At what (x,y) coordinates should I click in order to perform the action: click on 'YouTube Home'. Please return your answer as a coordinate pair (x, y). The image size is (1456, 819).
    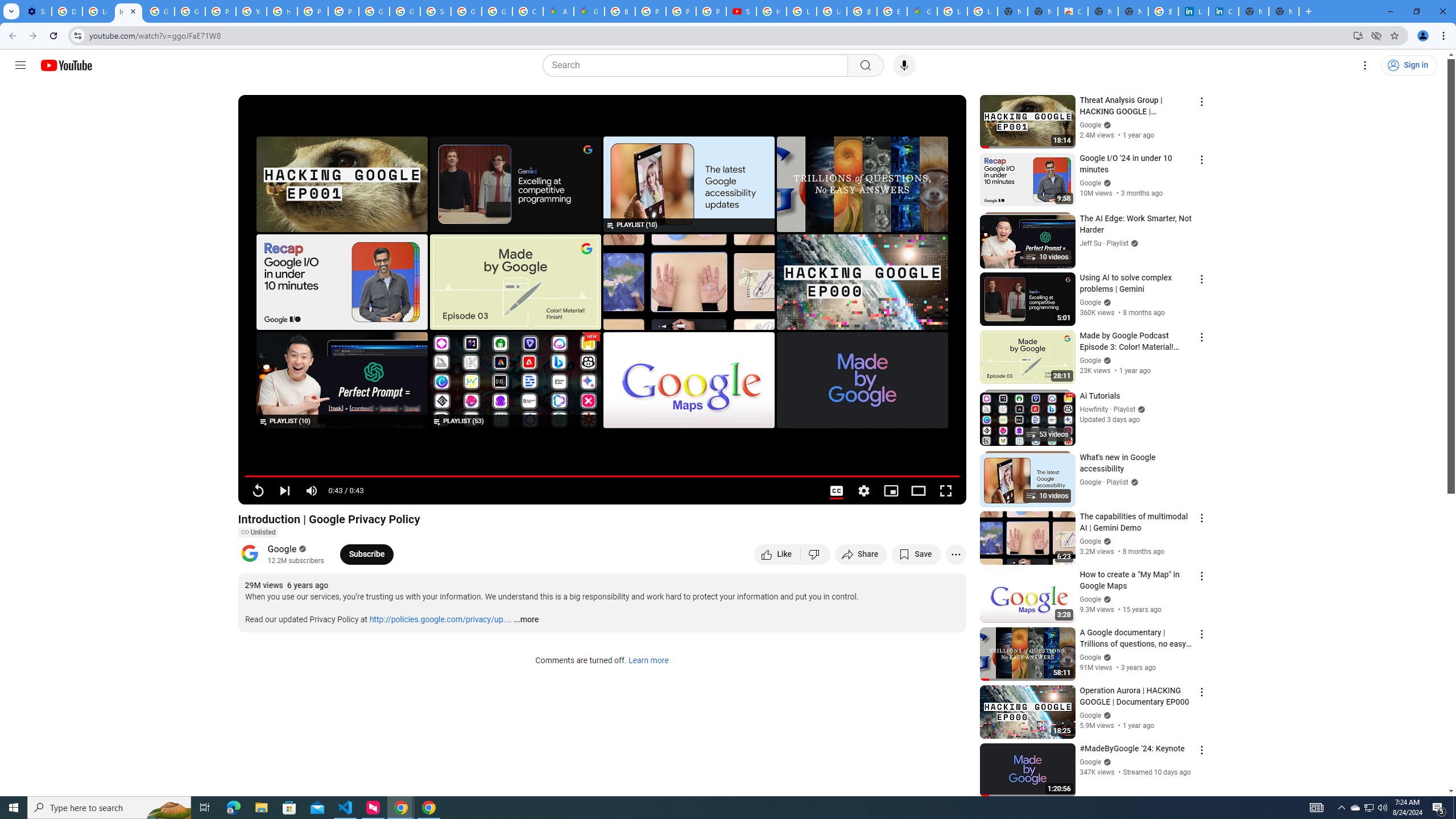
    Looking at the image, I should click on (65, 65).